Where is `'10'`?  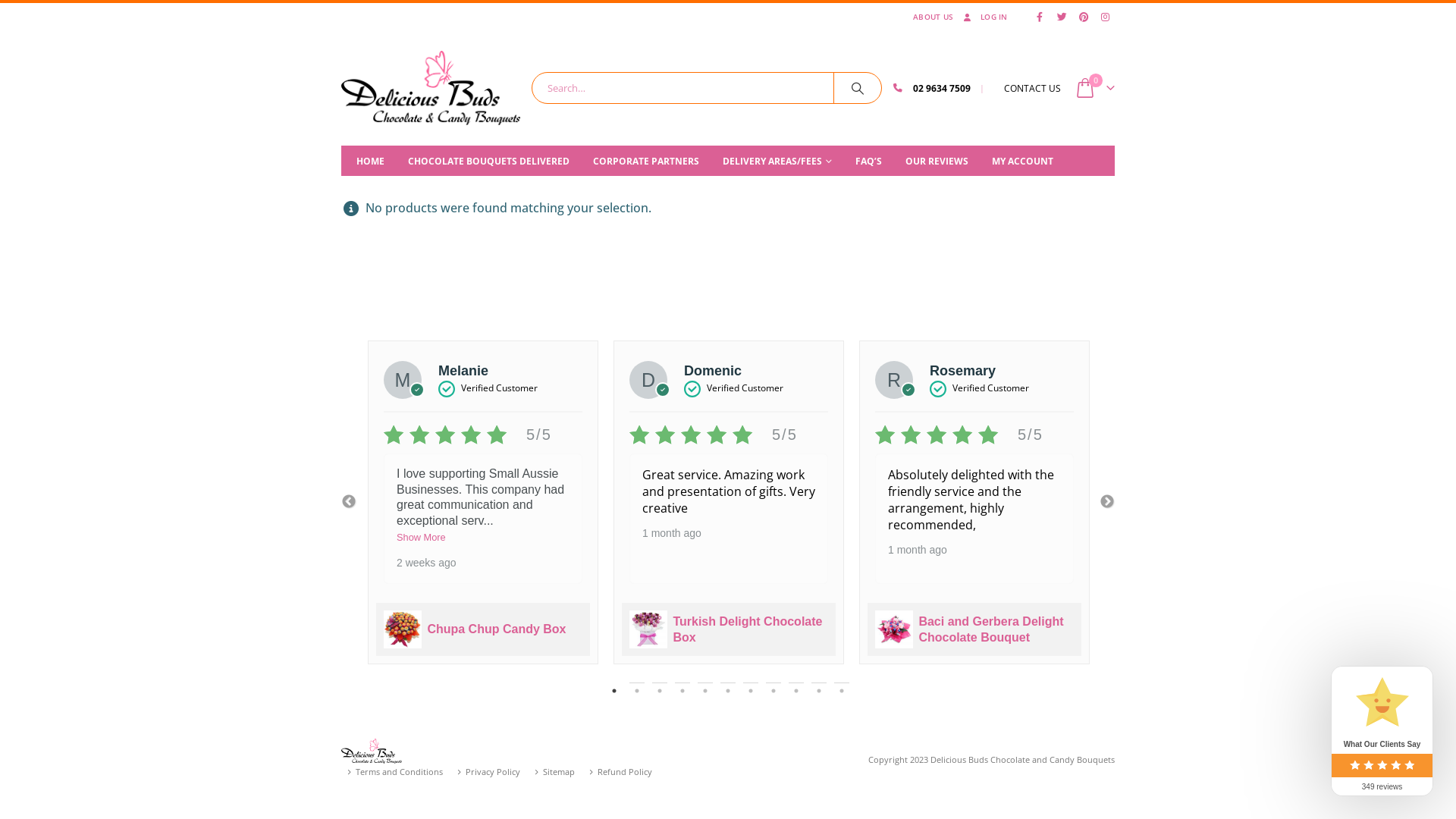 '10' is located at coordinates (818, 690).